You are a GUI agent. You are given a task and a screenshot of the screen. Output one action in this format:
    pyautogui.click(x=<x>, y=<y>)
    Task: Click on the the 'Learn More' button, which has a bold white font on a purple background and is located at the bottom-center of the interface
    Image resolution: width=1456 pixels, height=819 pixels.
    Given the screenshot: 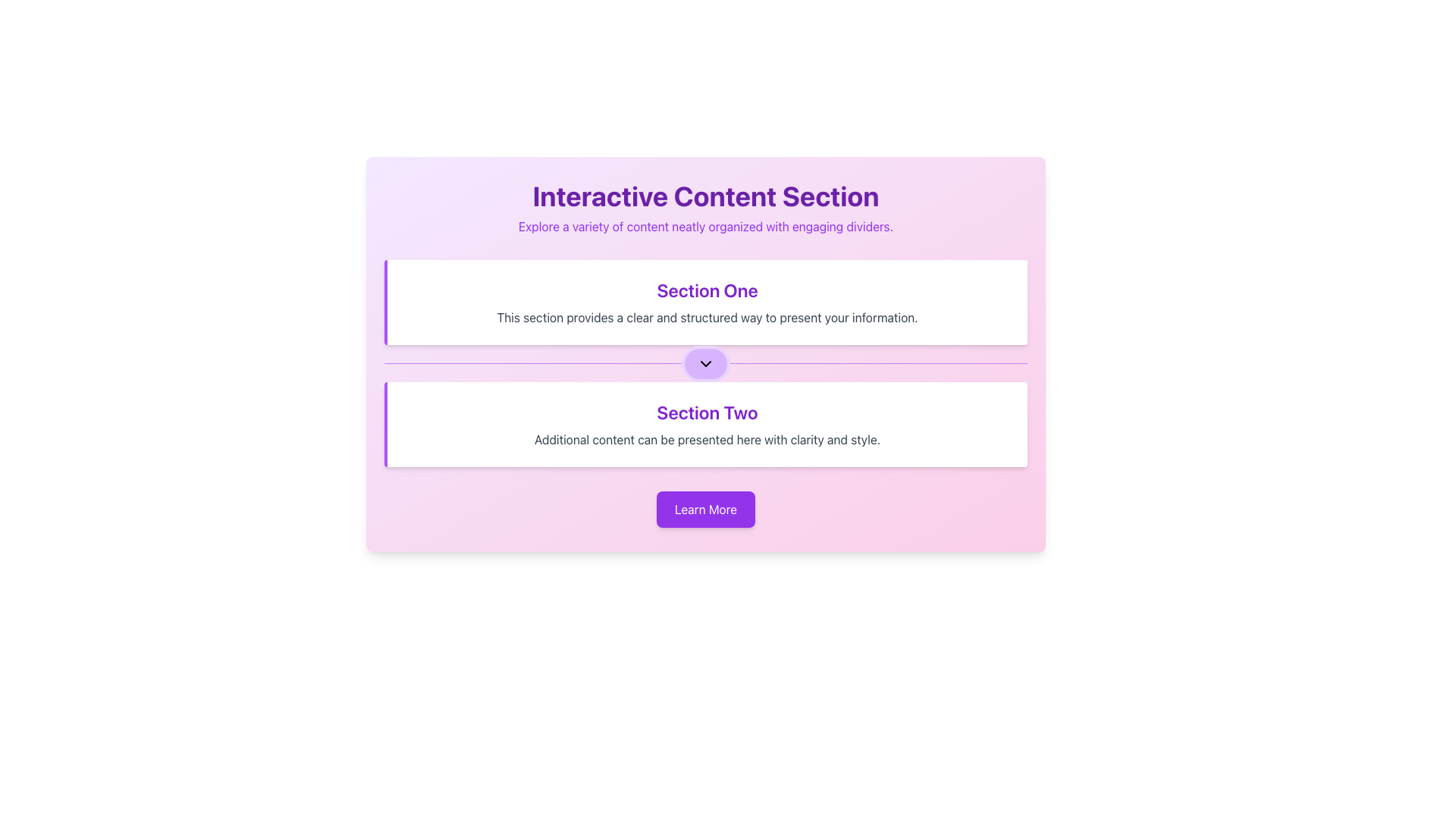 What is the action you would take?
    pyautogui.click(x=705, y=509)
    